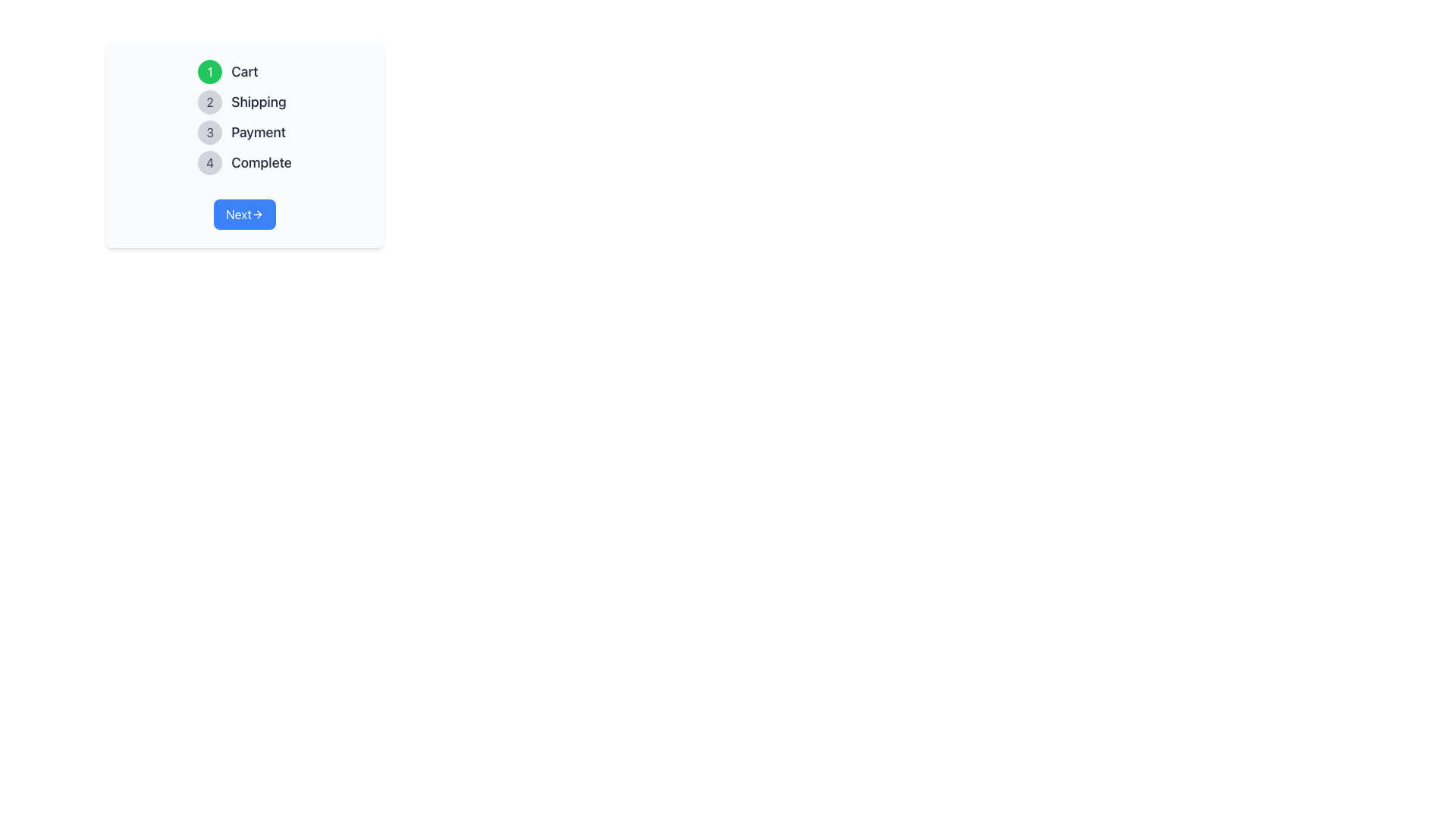  Describe the element at coordinates (209, 131) in the screenshot. I see `the Step Indicator Badge, which is a circular badge with a light gray background and a darker gray numeral '3' centered within, located in a vertical stepper component as the third item` at that location.